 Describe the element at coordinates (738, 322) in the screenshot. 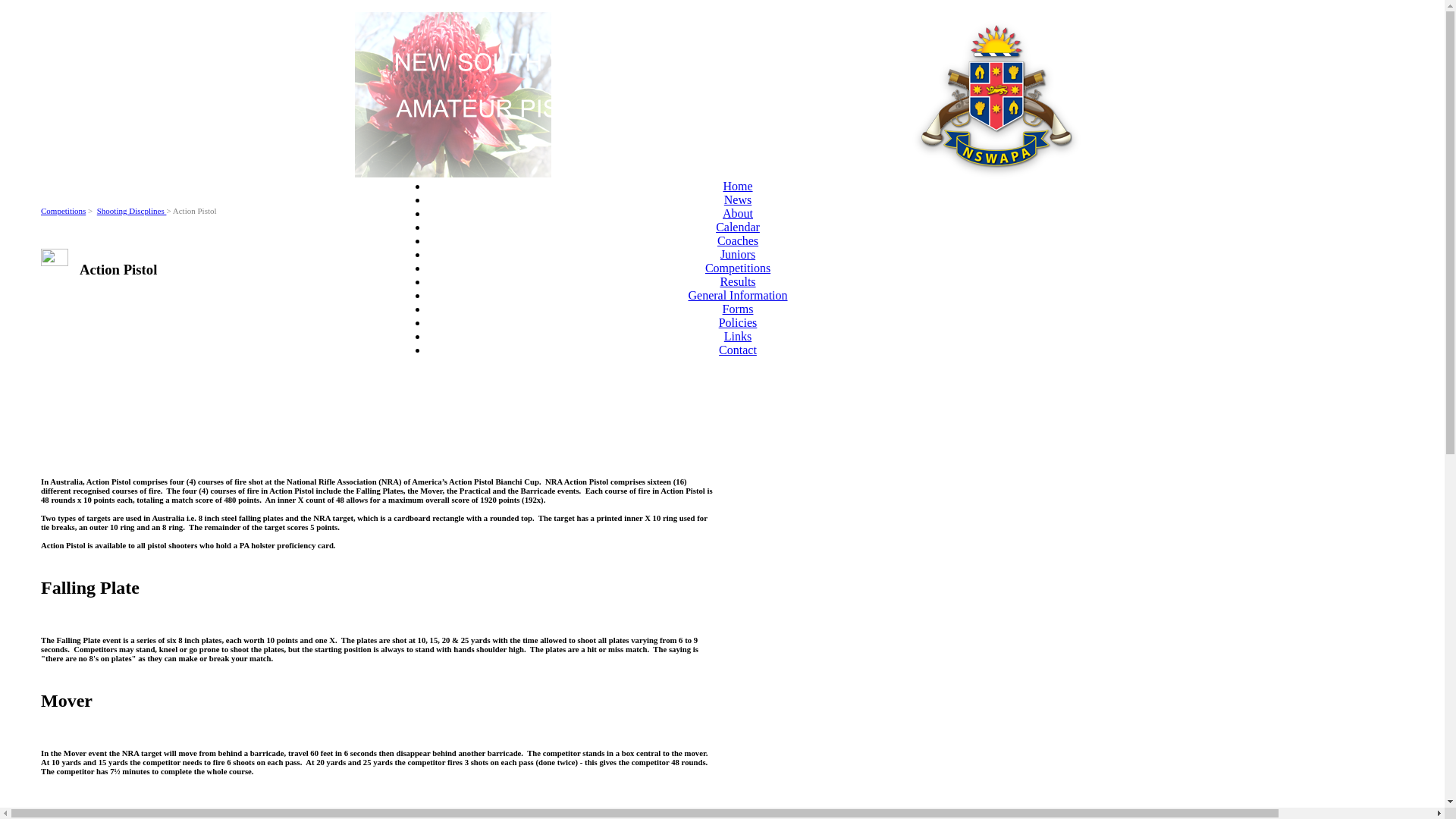

I see `'Policies'` at that location.